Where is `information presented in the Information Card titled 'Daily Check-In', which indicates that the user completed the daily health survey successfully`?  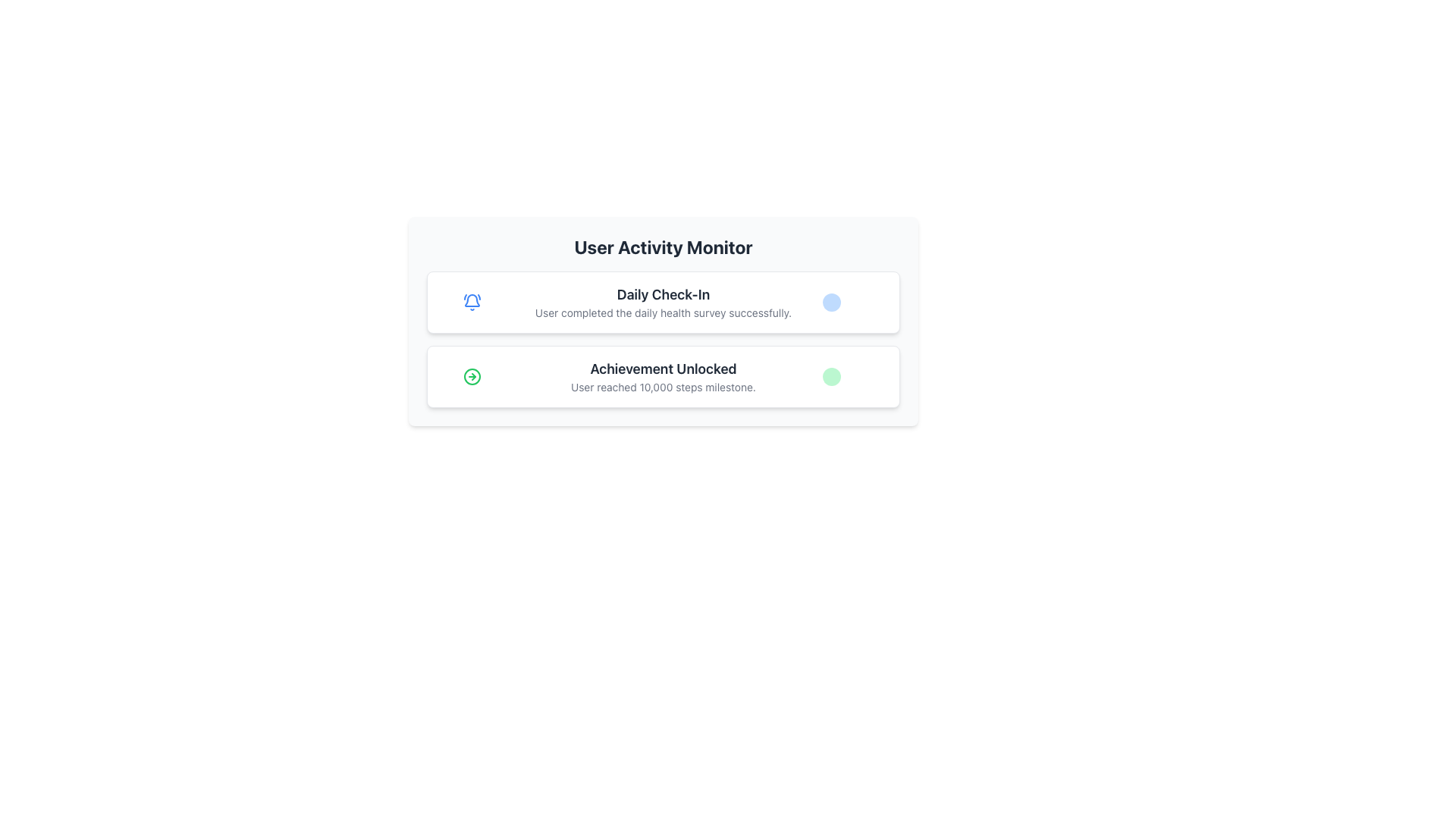
information presented in the Information Card titled 'Daily Check-In', which indicates that the user completed the daily health survey successfully is located at coordinates (663, 302).